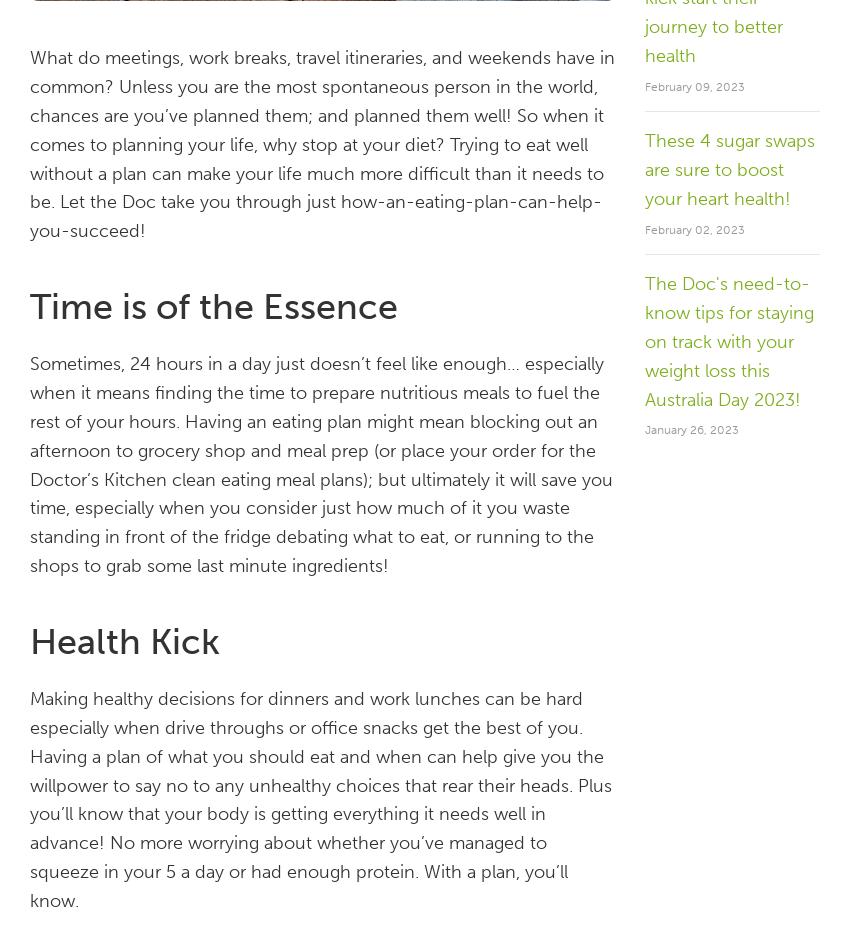 The width and height of the screenshot is (850, 930). What do you see at coordinates (321, 464) in the screenshot?
I see `'Sometimes, 24 hours in a day just doesn’t feel like enough… especially when it means finding the time to prepare nutritious meals to fuel the rest of your hours. Having an eating plan might mean blocking out an afternoon to grocery shop and meal prep (or place your order for the Doctor’s Kitchen clean eating meal plans); but ultimately it will save you time, especially when you consider just how much of it you waste standing in front of the fridge debating what to eat, or running to the shops to grab some last minute ingredients!'` at bounding box center [321, 464].